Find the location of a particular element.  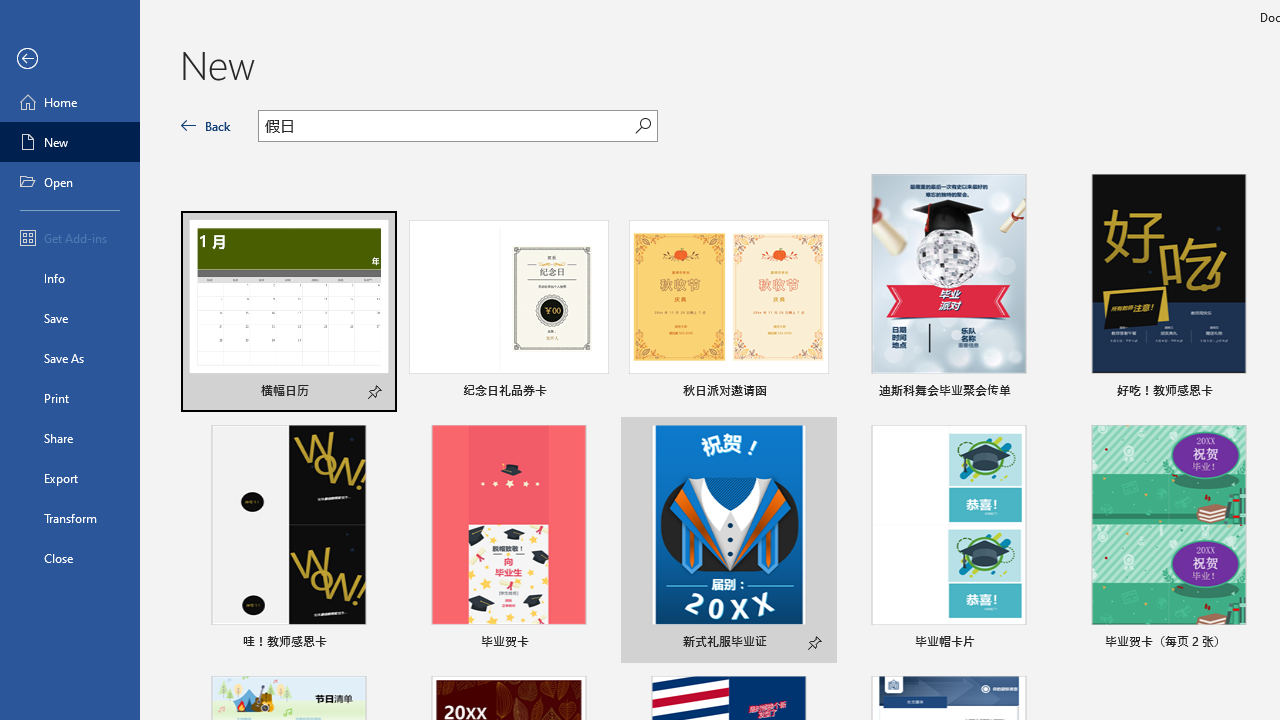

'Transform' is located at coordinates (69, 517).